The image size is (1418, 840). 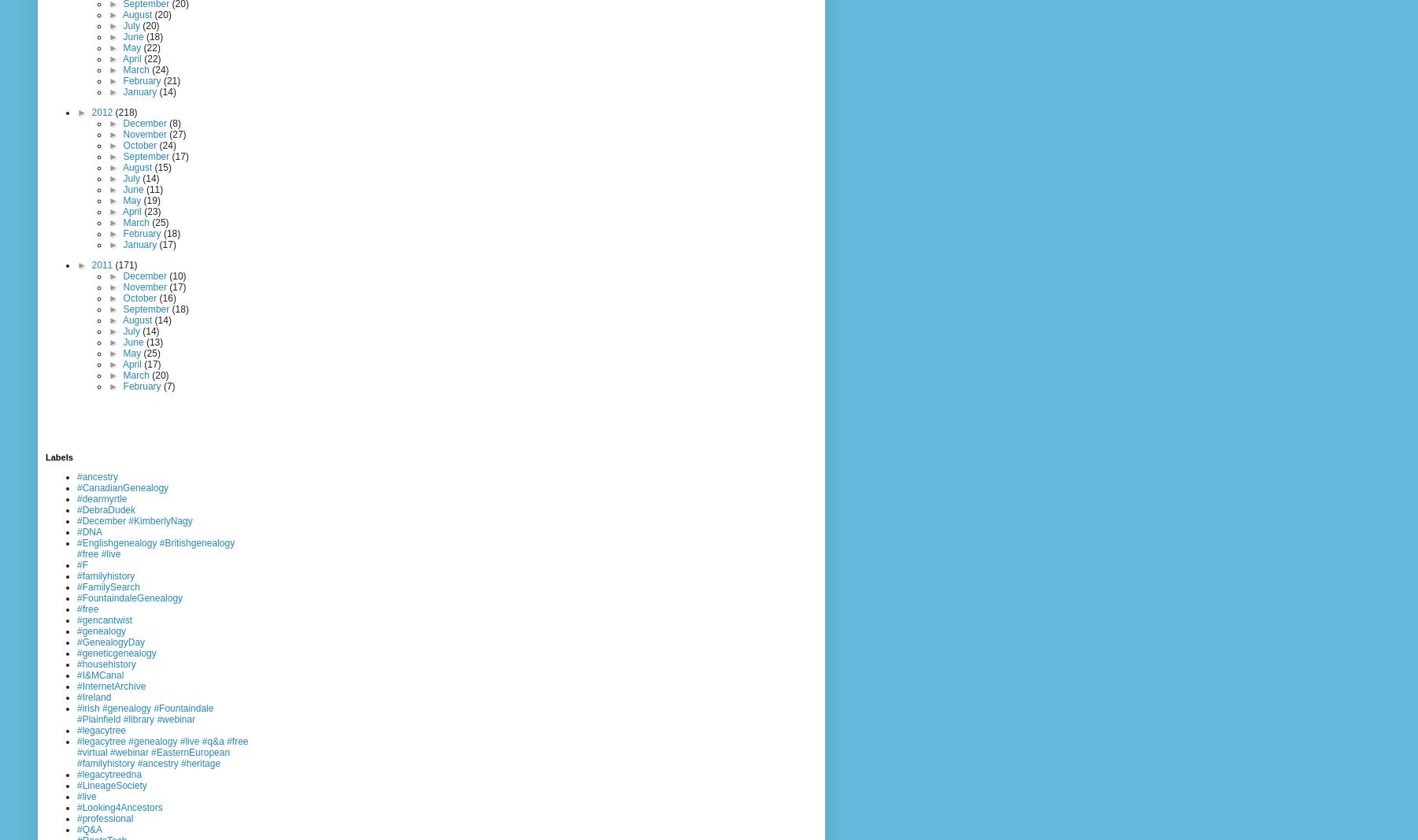 What do you see at coordinates (174, 121) in the screenshot?
I see `'(8)'` at bounding box center [174, 121].